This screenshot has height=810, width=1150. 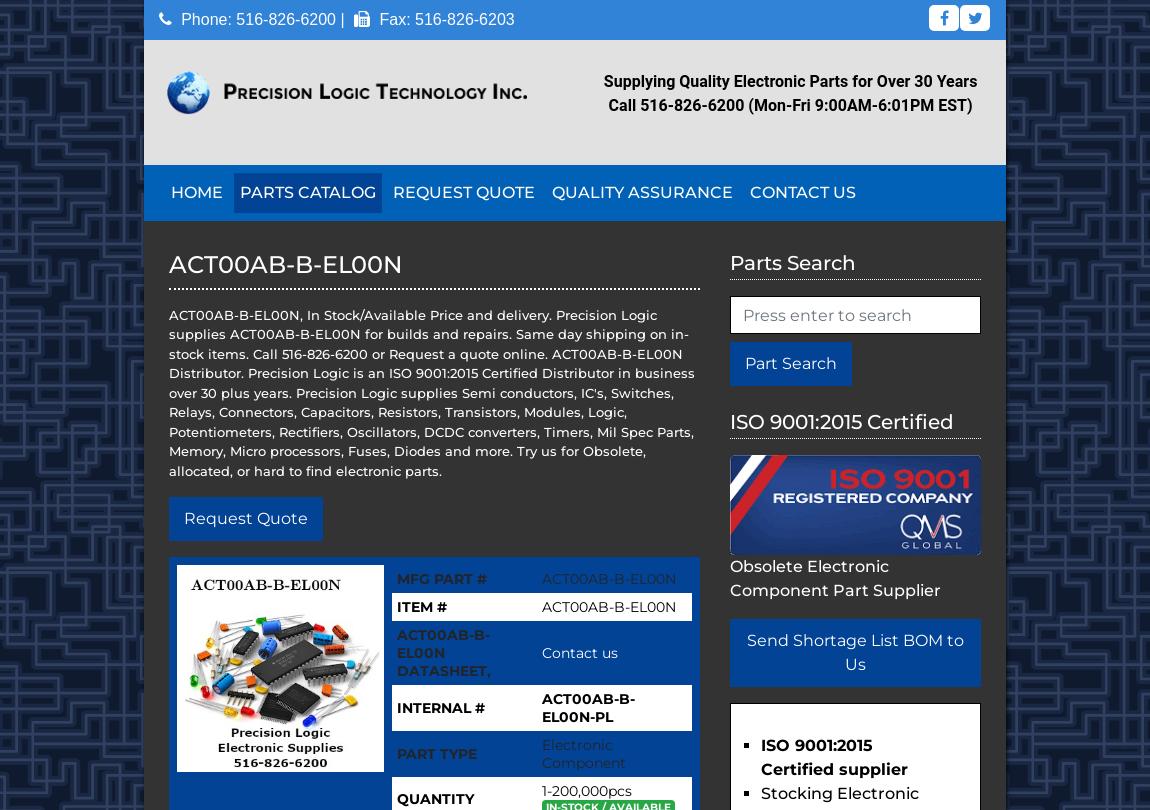 What do you see at coordinates (431, 391) in the screenshot?
I see `'ACT00AB-B-EL00N, In Stock/Available Price and delivery. Precision Logic supplies ACT00AB-B-EL00N for builds and repairs. Same day shipping on in-stock items. Call 516-826-6200 or Request a quote online. ACT00AB-B-EL00N Distributor. Precision Logic is an ISO 9001:2015 Certified Distributor in business over 30 plus years. Precision Logic supplies Semi conductors, IC's, Switches, Relays, Connectors, Capacitors, Resistors, Transistors, Modules, Logic, Potentiometers, Rectifiers, Oscillators, DCDC converters, Timers, Mil Spec Parts, Memory, Micro processors, Fuses, Diodes and more. Try us for Obsolete, allocated, or hard to find electronic parts.'` at bounding box center [431, 391].